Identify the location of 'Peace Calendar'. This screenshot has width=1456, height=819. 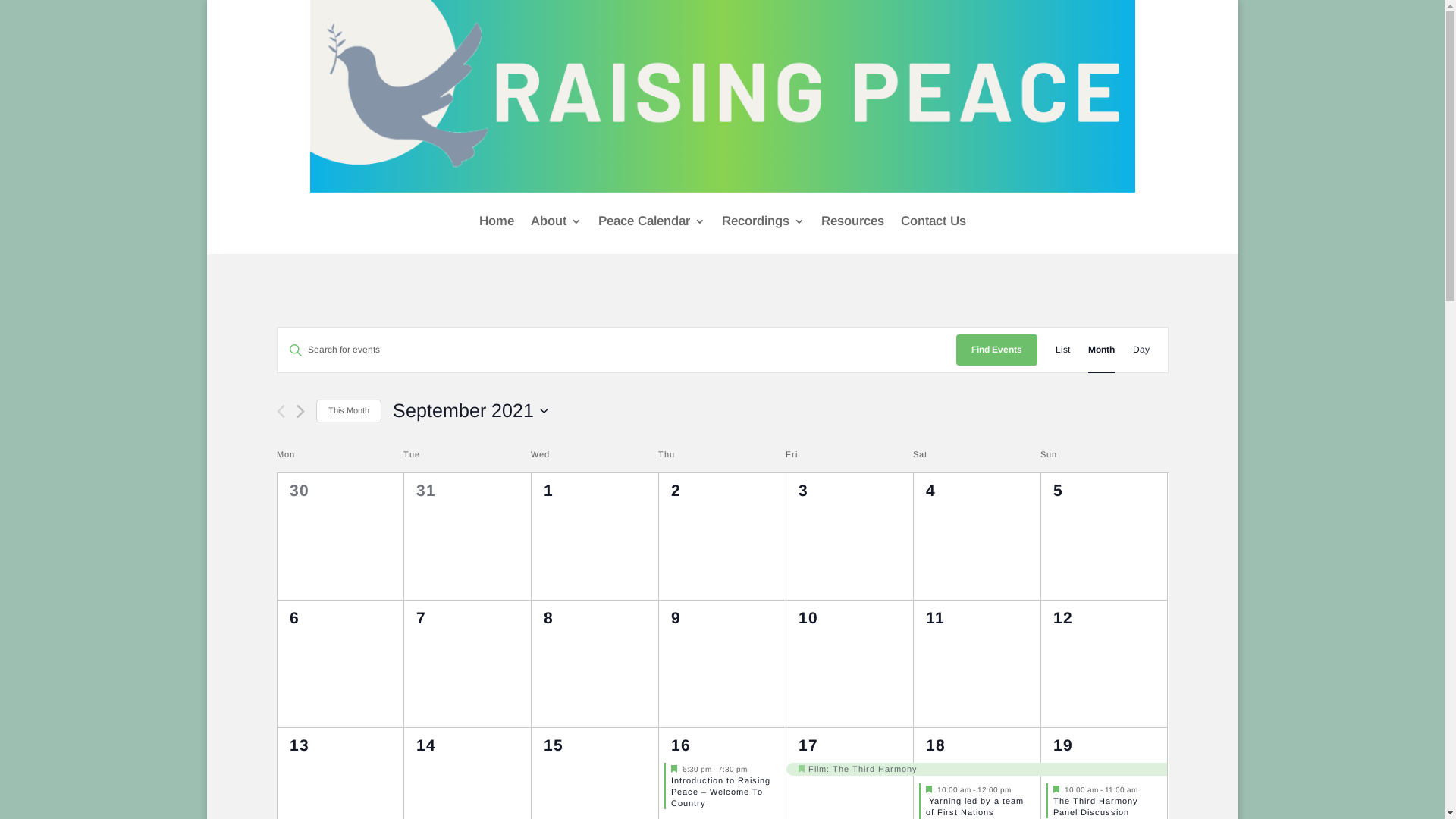
(651, 221).